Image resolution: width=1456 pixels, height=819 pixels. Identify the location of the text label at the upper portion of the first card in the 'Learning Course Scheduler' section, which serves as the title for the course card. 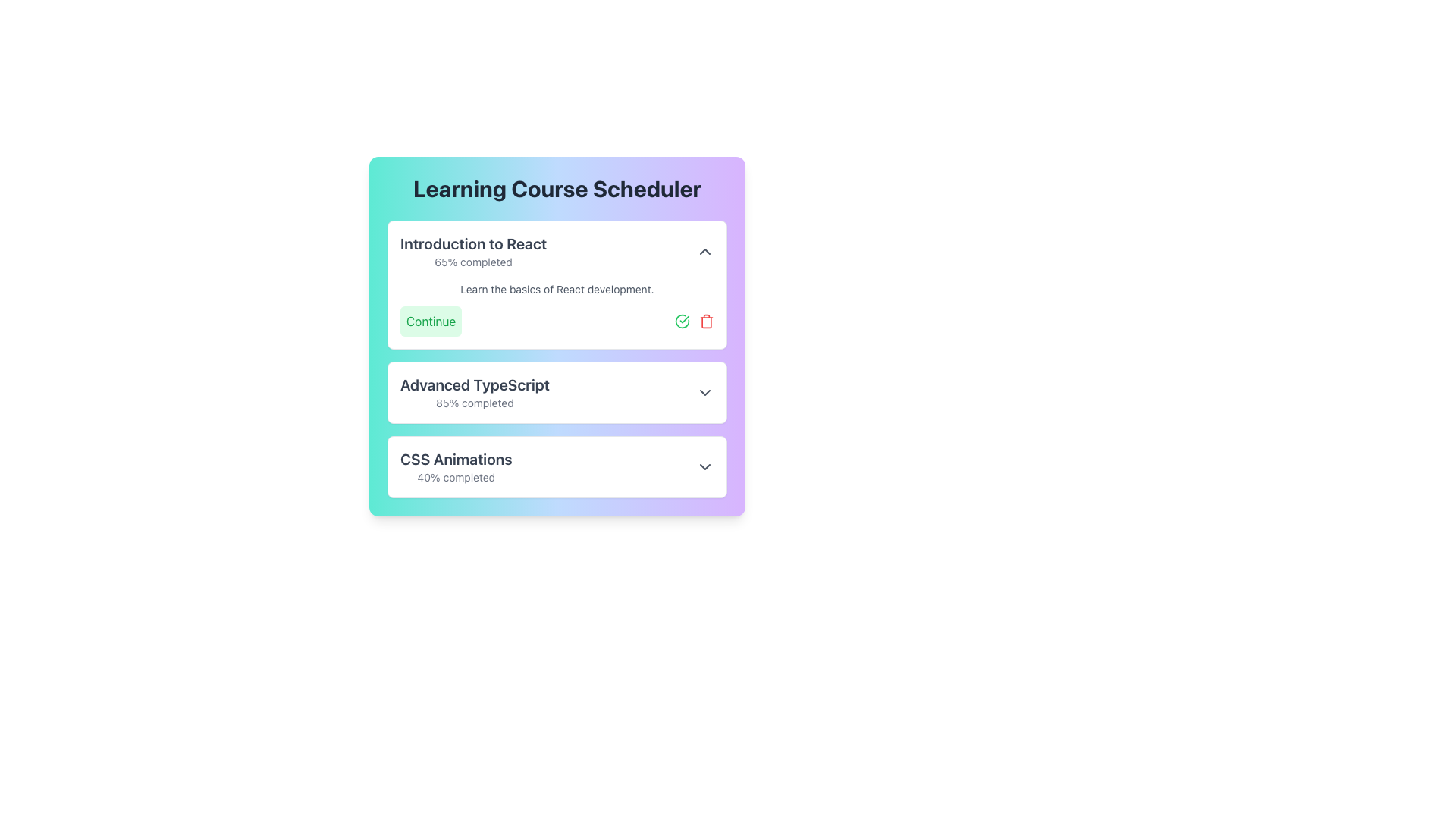
(472, 243).